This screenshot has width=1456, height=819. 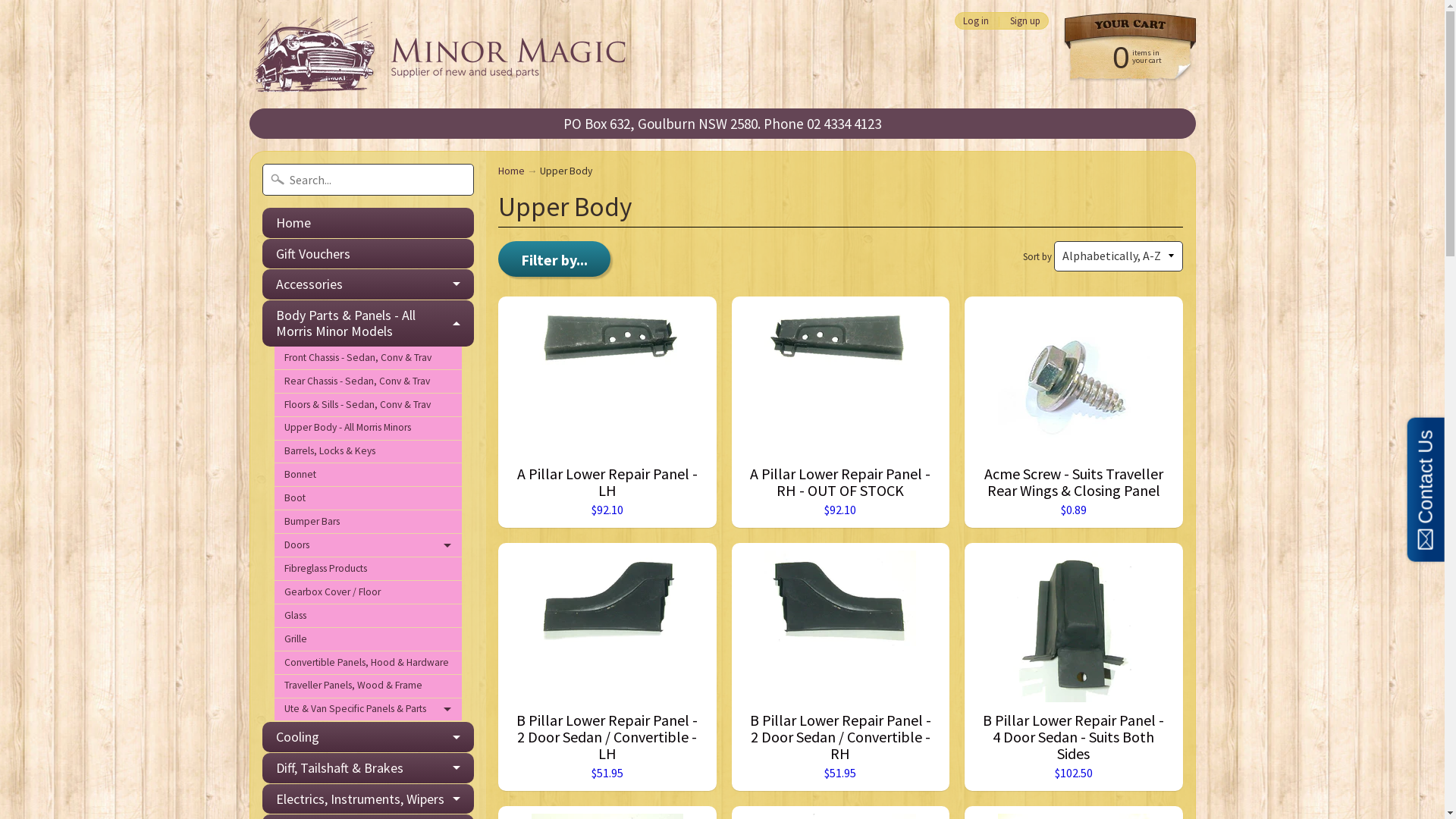 What do you see at coordinates (368, 358) in the screenshot?
I see `'Front Chassis - Sedan, Conv & Trav'` at bounding box center [368, 358].